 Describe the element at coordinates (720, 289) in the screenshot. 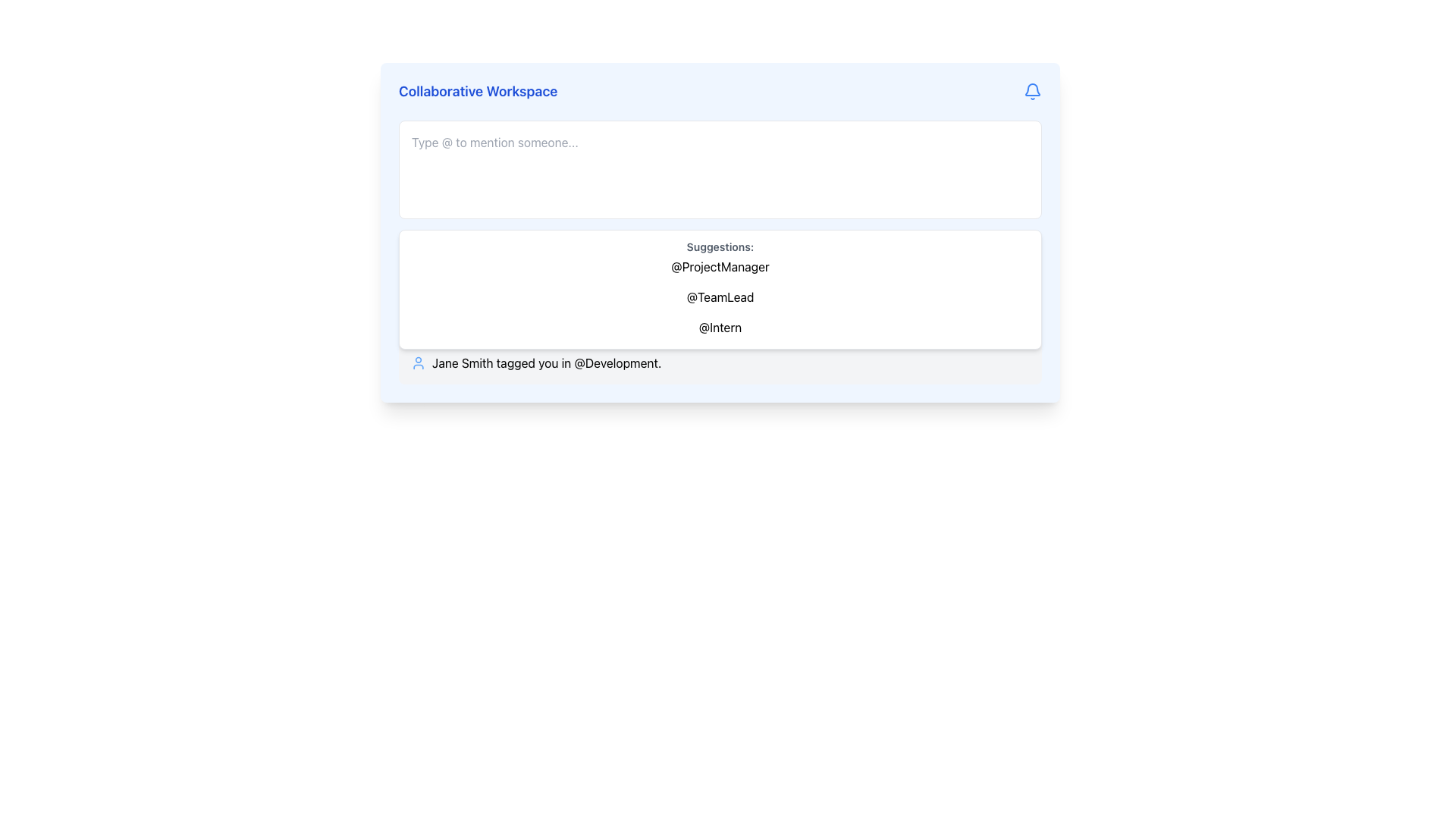

I see `the '@TeamLead' item in the dropdown suggestions panel which appears below the text input area labeled 'Type @ to mention someone...'` at that location.